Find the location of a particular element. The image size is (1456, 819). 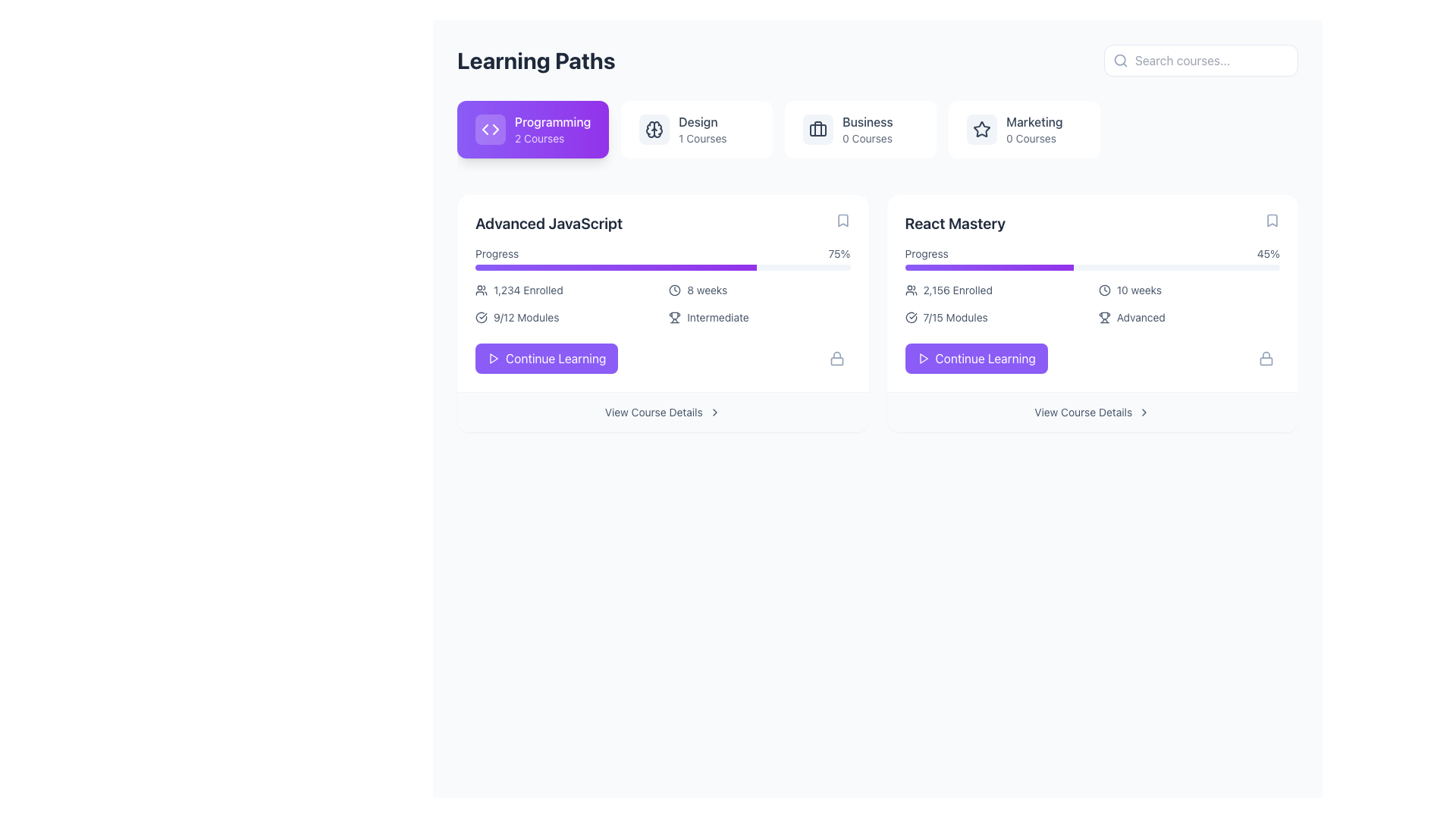

displayed course details from the 'React Mastery' Course Information Panel, which is located in the second position from the left of the horizontal list of course panels is located at coordinates (1092, 293).